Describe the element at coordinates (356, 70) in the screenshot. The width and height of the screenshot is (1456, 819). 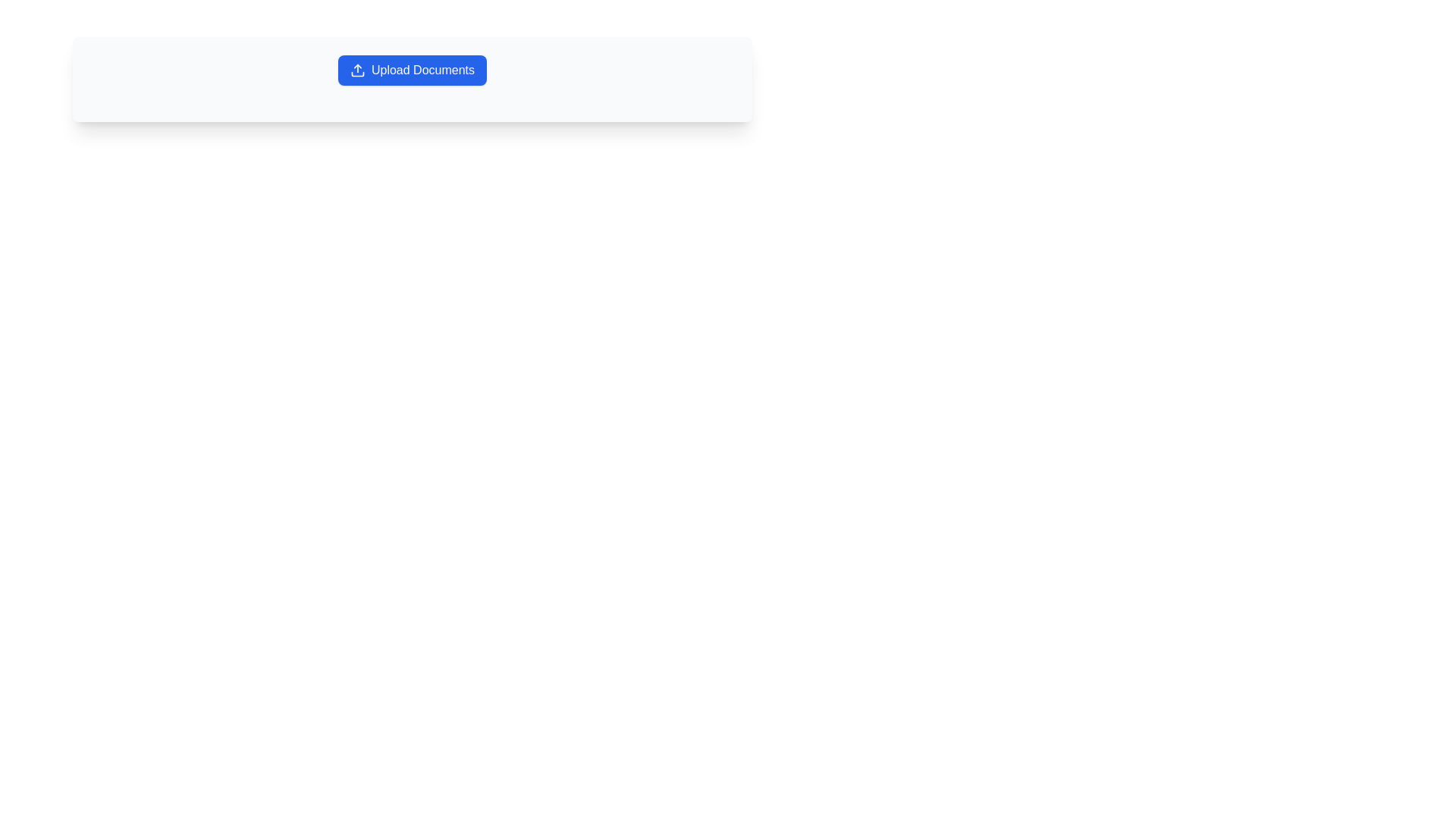
I see `the upload icon located to the left of the 'Upload Documents' text within the blue button` at that location.